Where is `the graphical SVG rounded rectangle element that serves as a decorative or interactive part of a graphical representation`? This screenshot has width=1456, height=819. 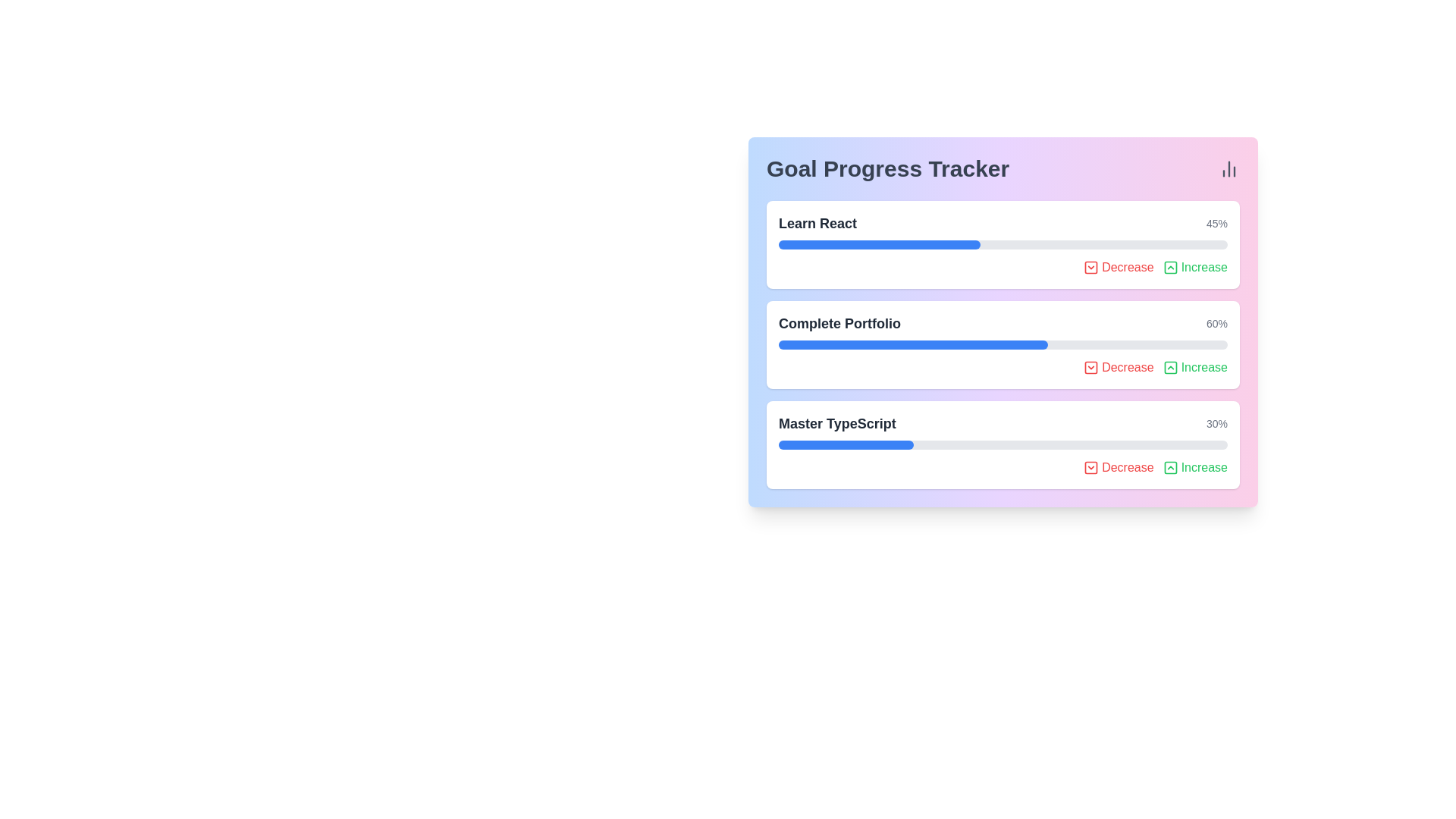
the graphical SVG rounded rectangle element that serves as a decorative or interactive part of a graphical representation is located at coordinates (1169, 267).